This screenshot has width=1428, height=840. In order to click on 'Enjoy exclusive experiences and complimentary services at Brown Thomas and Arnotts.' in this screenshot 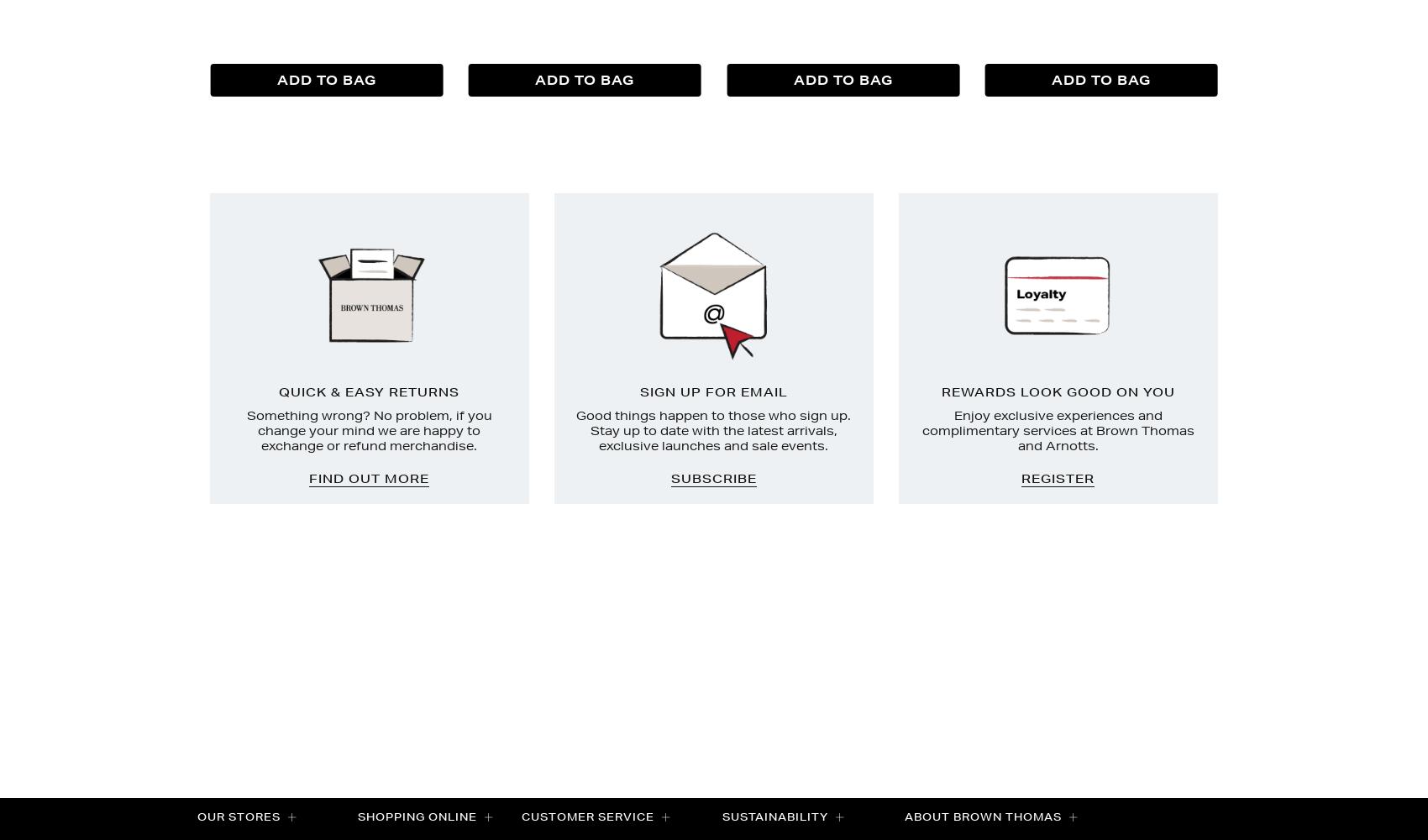, I will do `click(1057, 431)`.